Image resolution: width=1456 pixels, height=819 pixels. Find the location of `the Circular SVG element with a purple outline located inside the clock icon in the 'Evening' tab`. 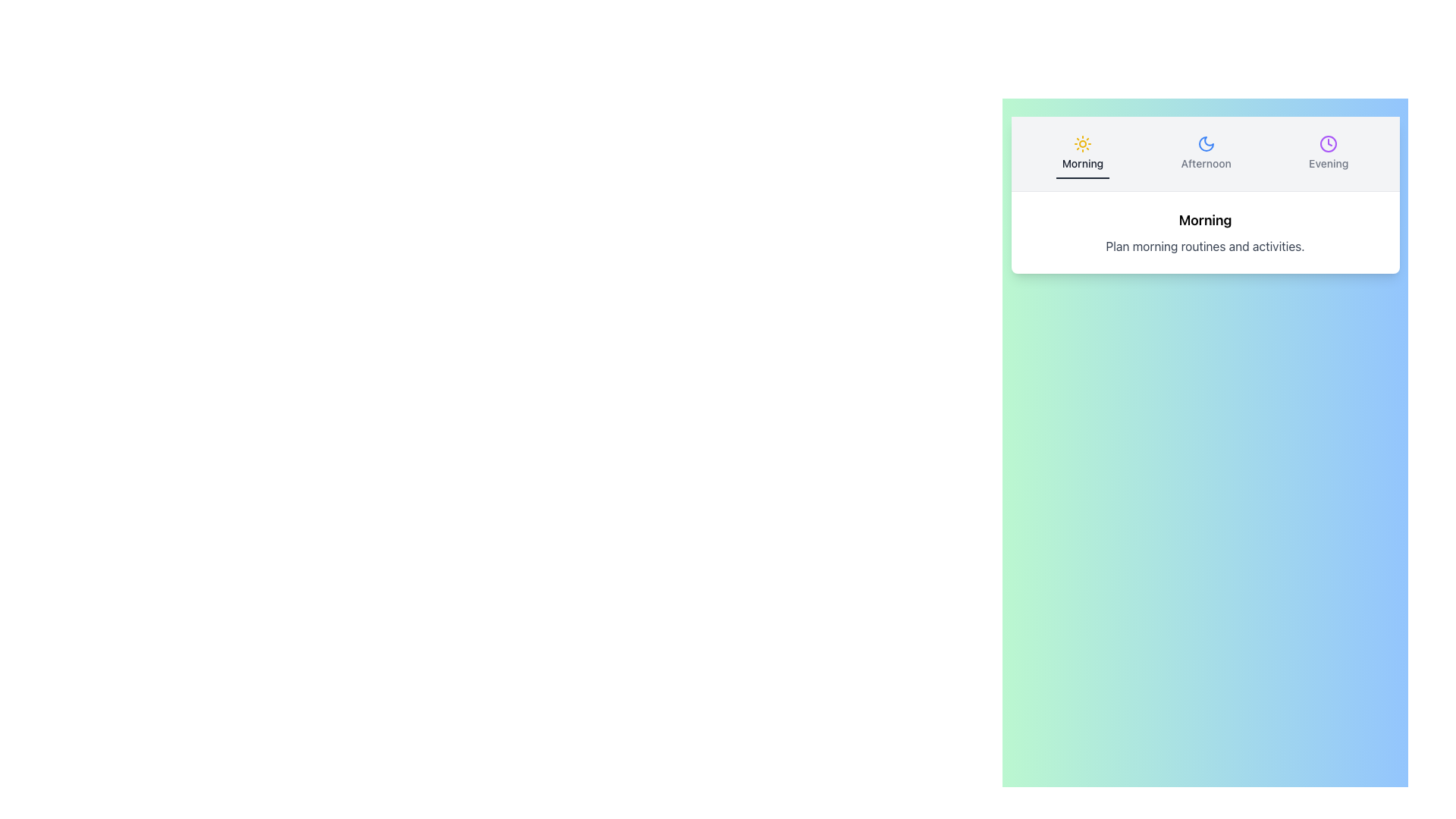

the Circular SVG element with a purple outline located inside the clock icon in the 'Evening' tab is located at coordinates (1328, 143).